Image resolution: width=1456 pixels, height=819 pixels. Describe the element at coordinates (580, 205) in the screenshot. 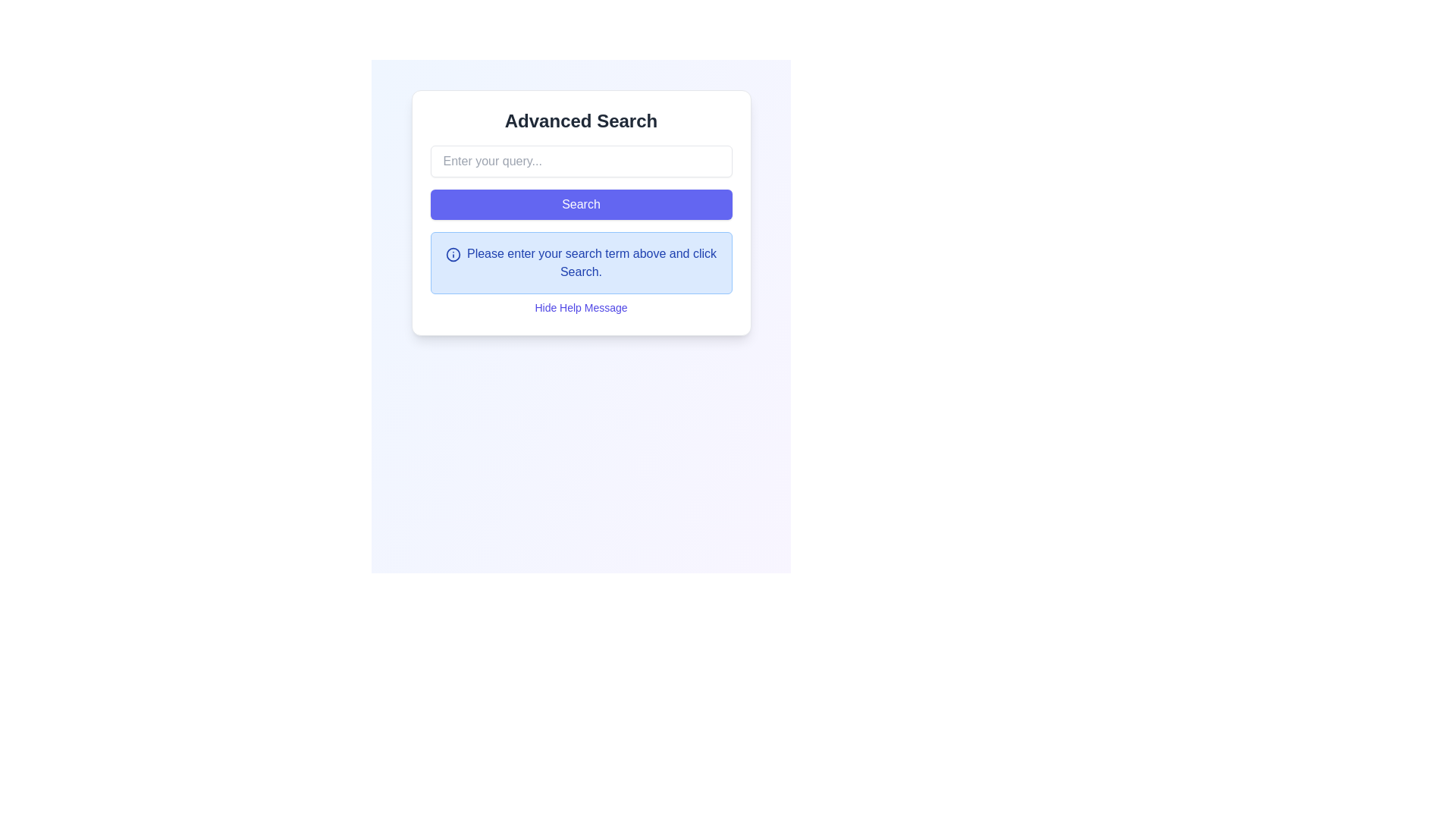

I see `the 'Search' button, which is a rectangular button with rounded corners and a full blue background, containing centered white text` at that location.